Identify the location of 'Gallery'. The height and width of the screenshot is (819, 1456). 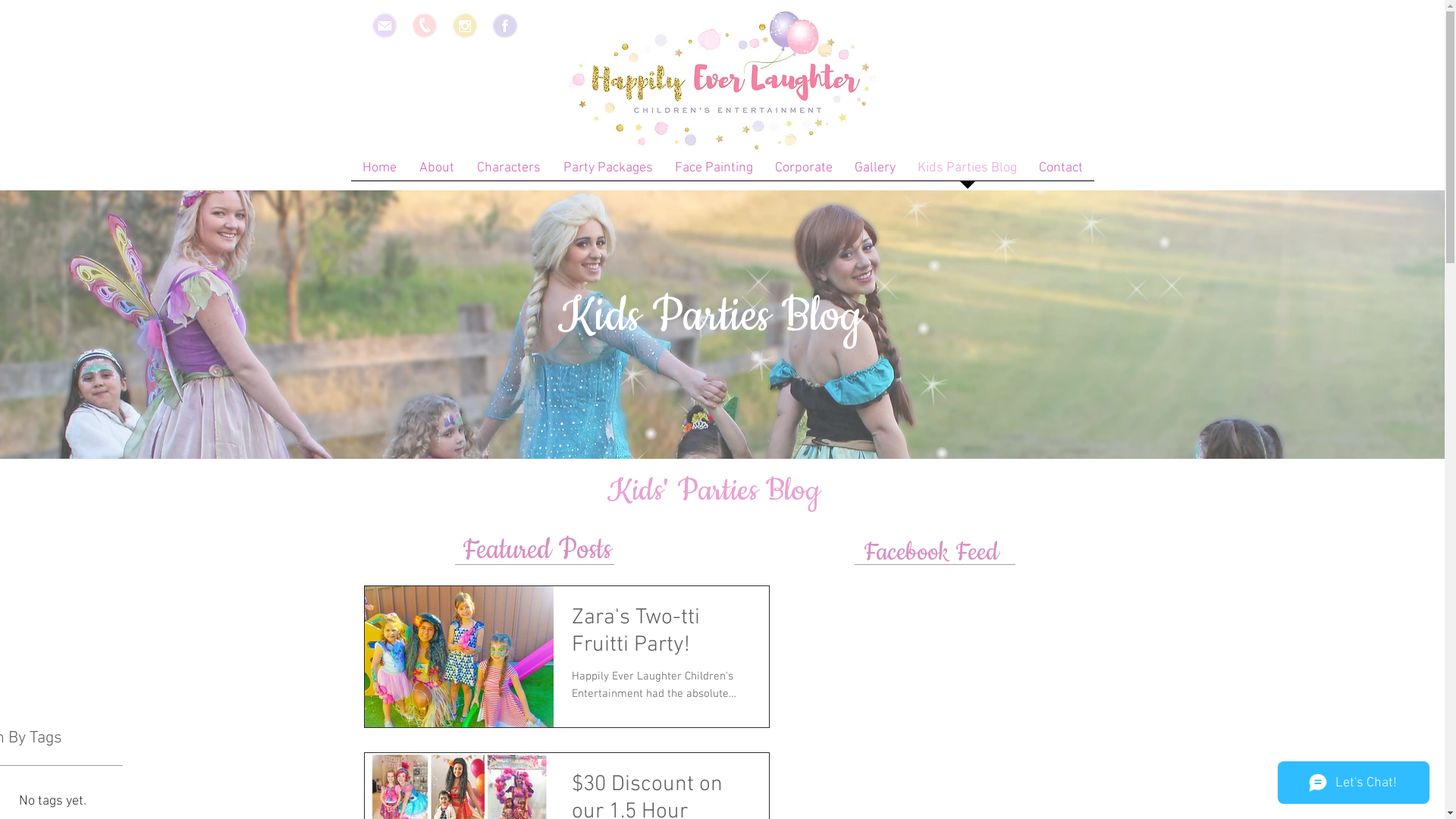
(874, 171).